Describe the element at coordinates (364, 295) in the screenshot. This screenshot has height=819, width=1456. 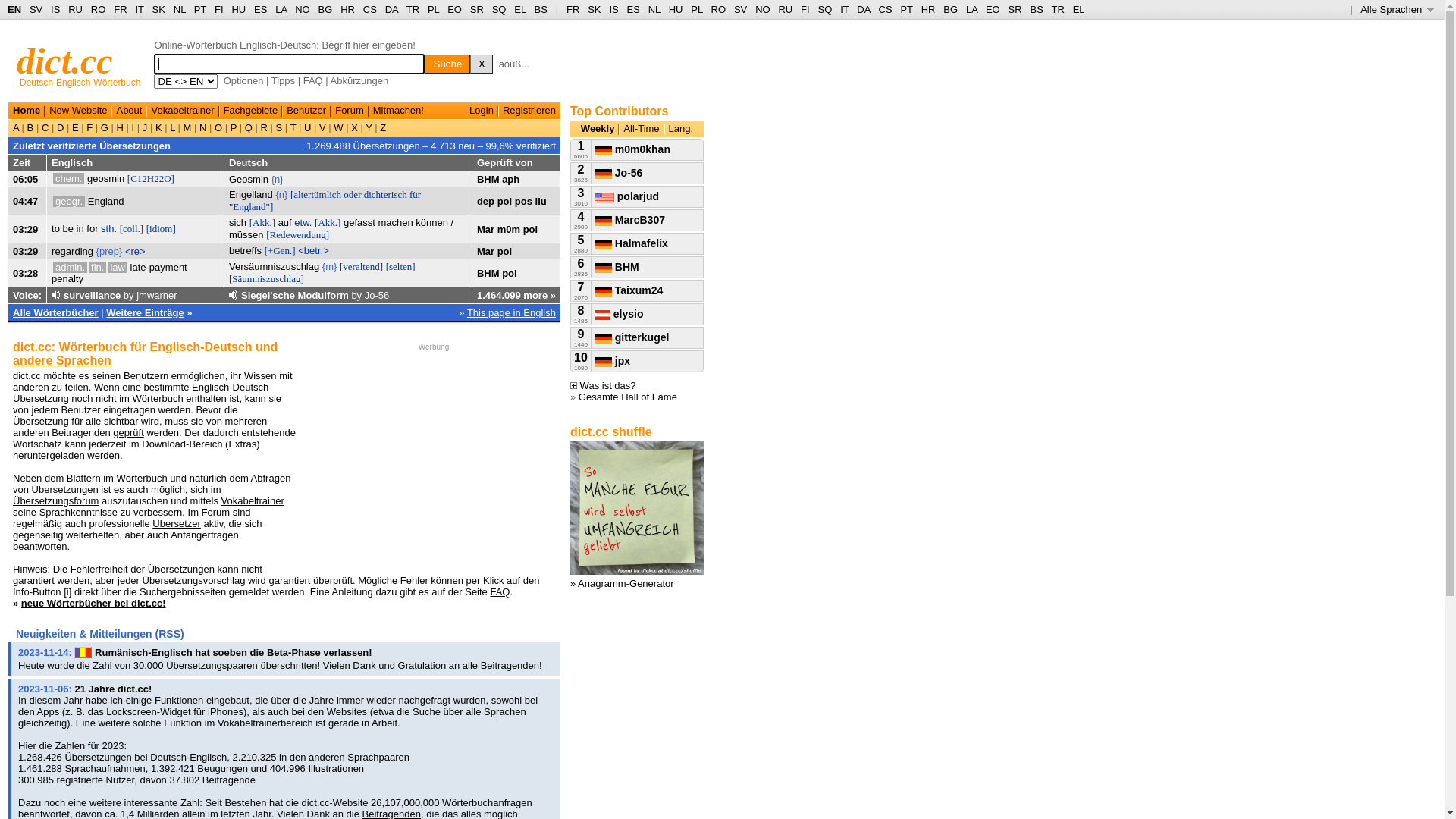
I see `'Jo-56'` at that location.